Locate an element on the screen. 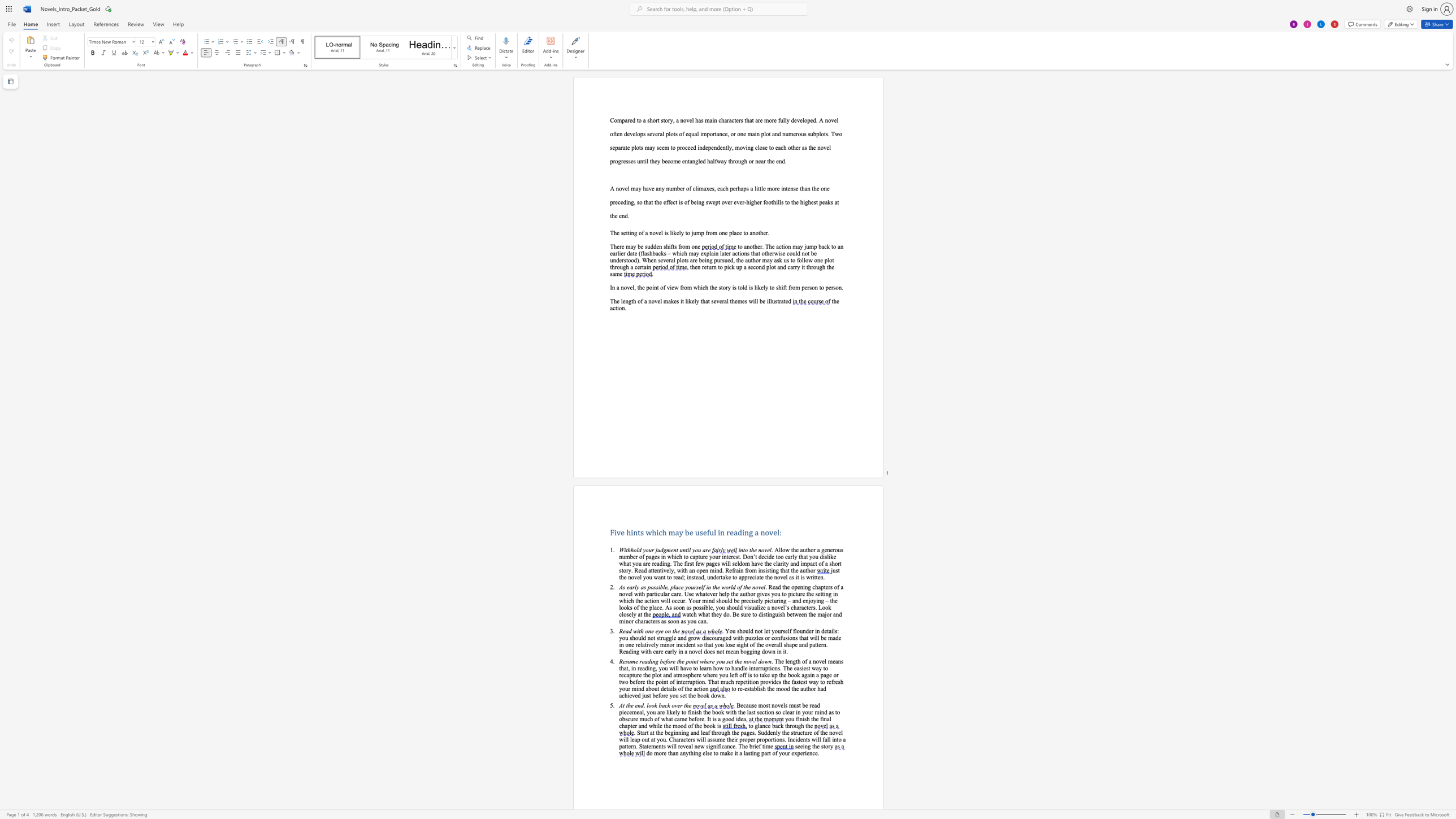 Image resolution: width=1456 pixels, height=819 pixels. the 1th character "w" in the text is located at coordinates (635, 631).